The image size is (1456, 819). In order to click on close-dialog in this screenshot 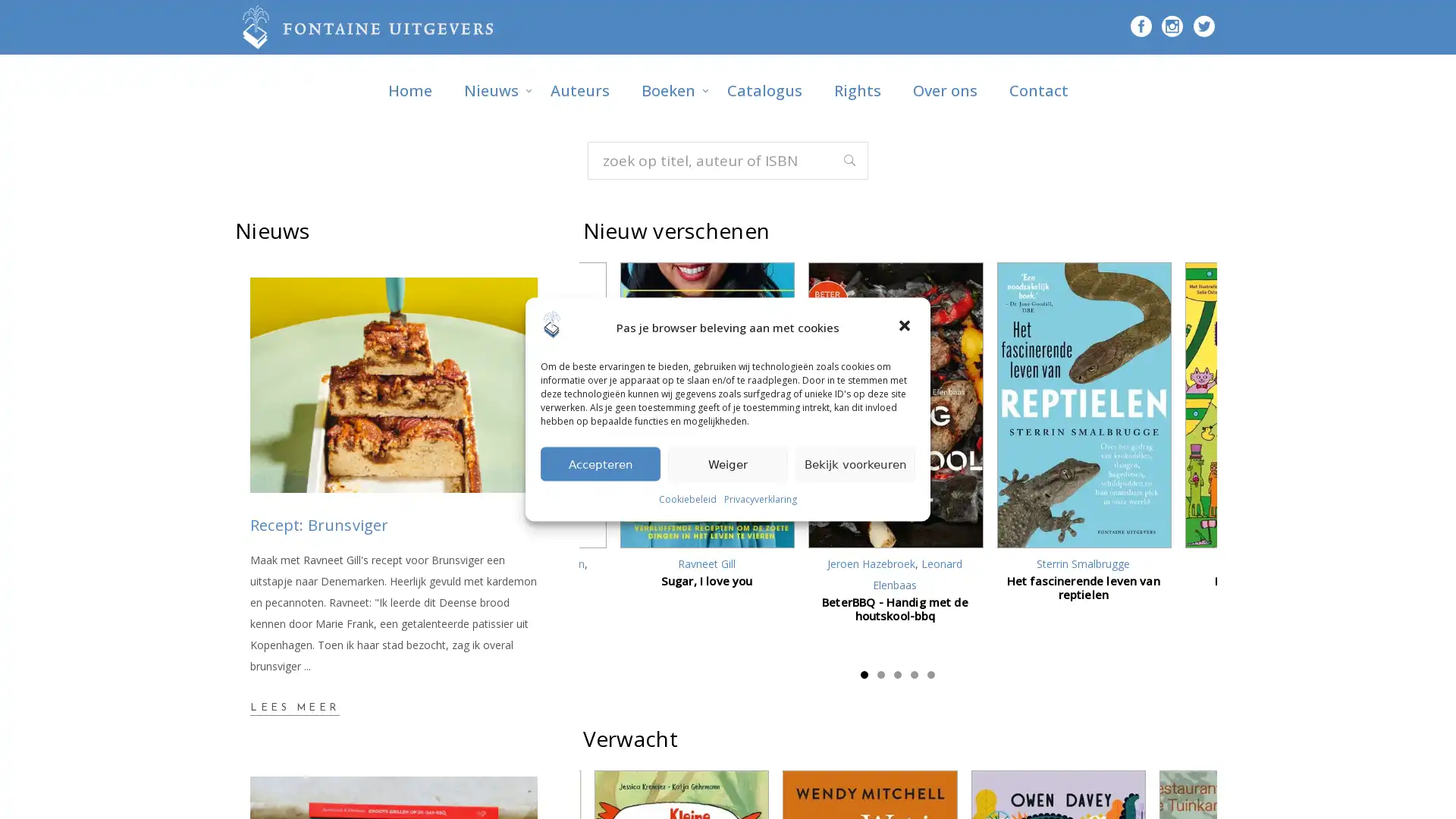, I will do `click(906, 326)`.